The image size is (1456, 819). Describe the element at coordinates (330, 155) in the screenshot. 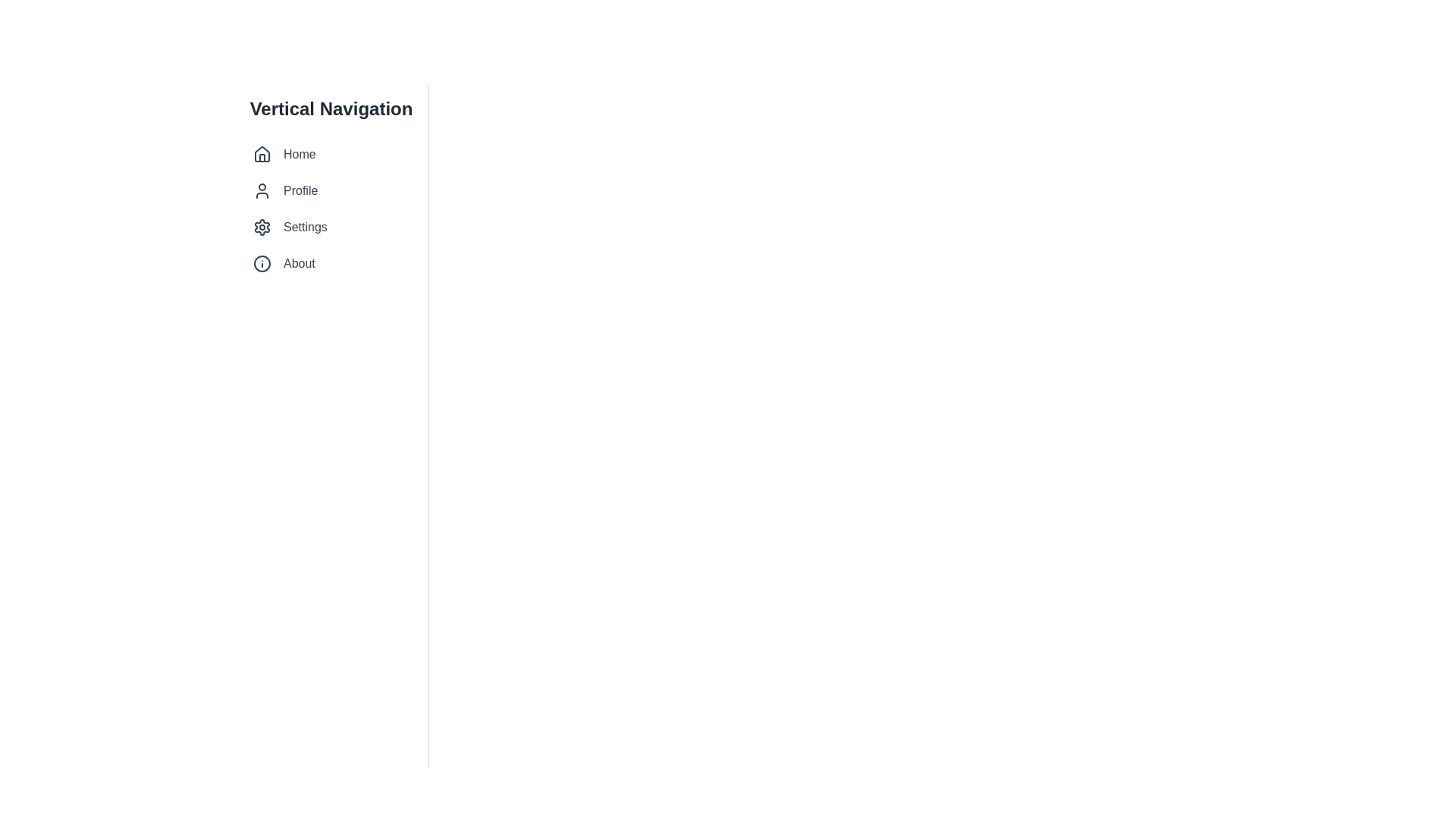

I see `the first item in the vertical navigation menu which is the 'Home' link to apply the hover effect` at that location.